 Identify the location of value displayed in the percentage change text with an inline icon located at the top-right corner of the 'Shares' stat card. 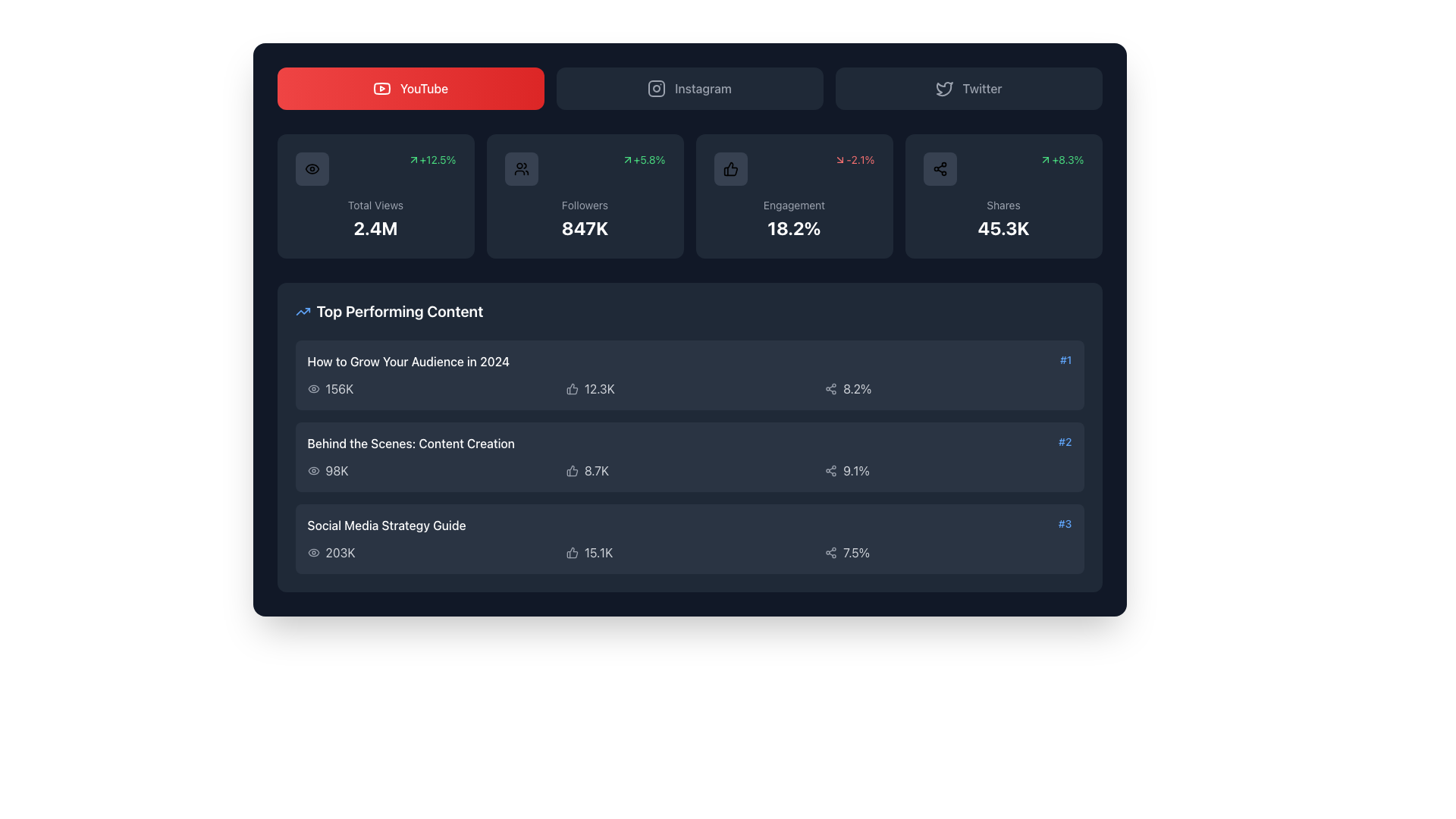
(1061, 160).